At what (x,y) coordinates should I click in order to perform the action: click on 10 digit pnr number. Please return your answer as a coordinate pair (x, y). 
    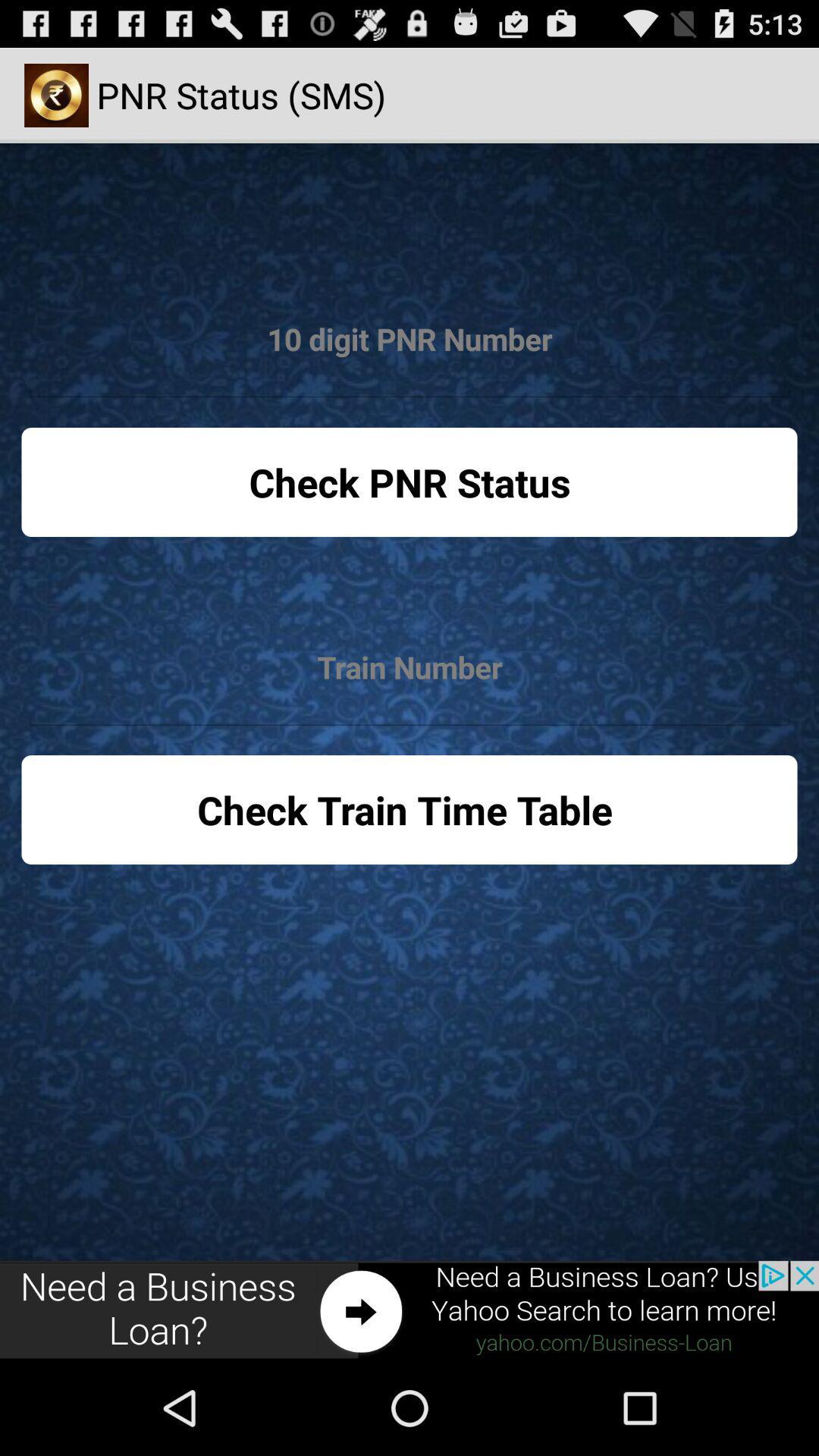
    Looking at the image, I should click on (409, 339).